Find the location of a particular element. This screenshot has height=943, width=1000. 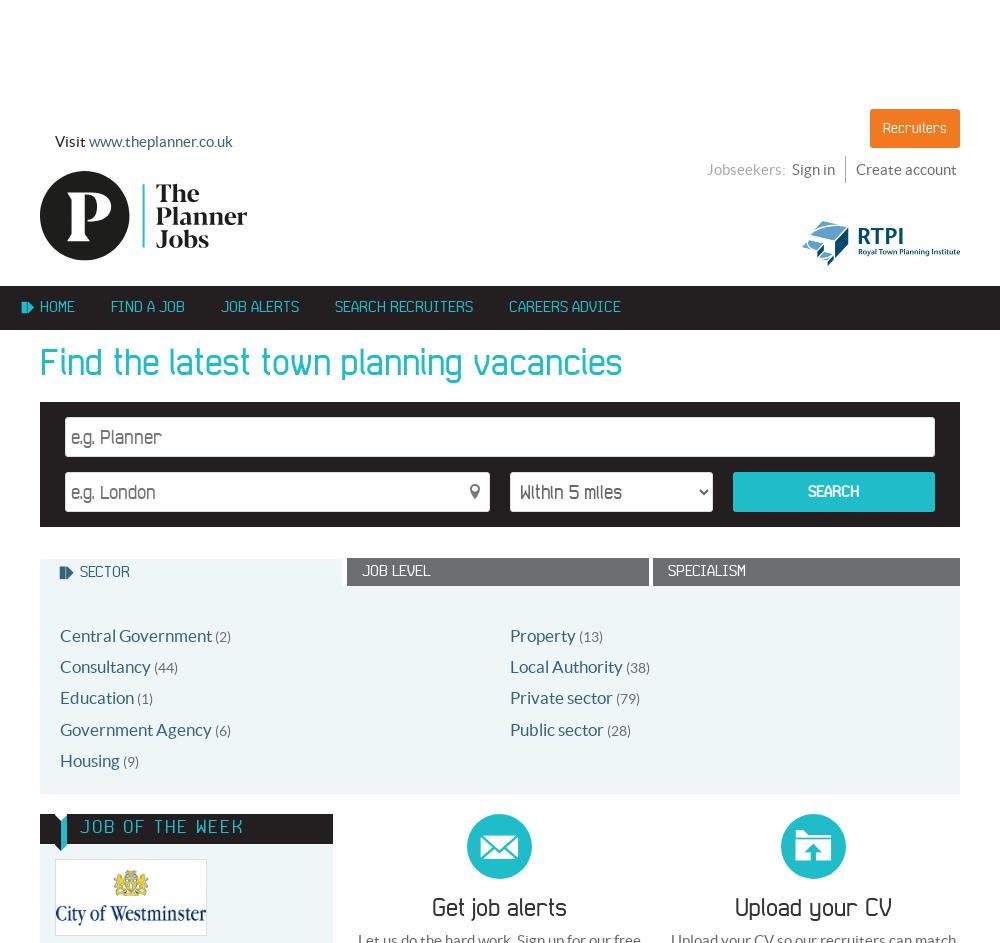

'Job Level' is located at coordinates (395, 570).